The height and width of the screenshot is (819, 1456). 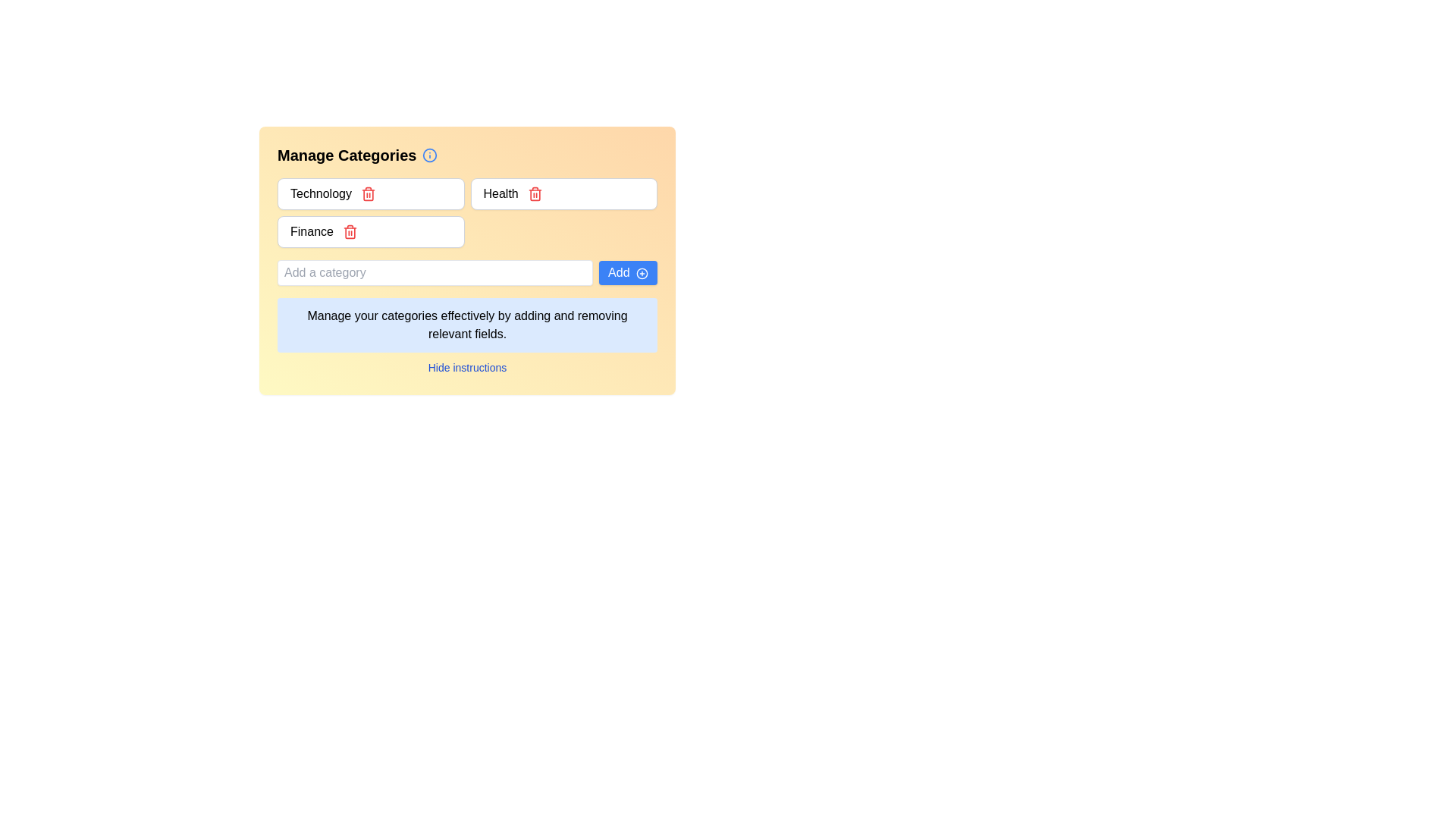 I want to click on the information icon located to the right of the 'Manage Categories' header to retrieve additional information about managing categories, so click(x=429, y=155).